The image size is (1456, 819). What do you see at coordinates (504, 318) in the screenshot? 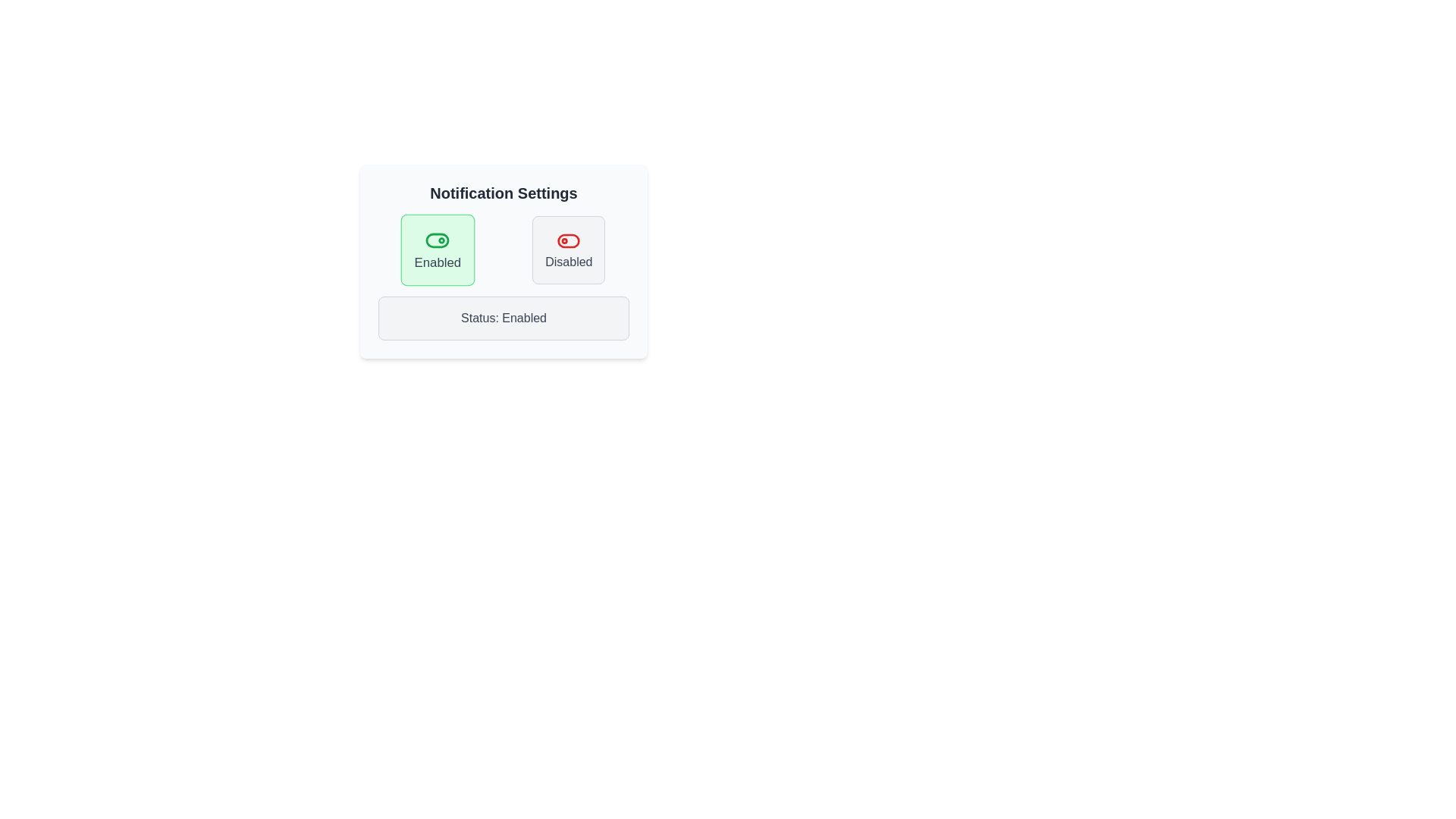
I see `the static label that displays the current state or mode, which is located at the bottom of the 'Notification Settings' card` at bounding box center [504, 318].